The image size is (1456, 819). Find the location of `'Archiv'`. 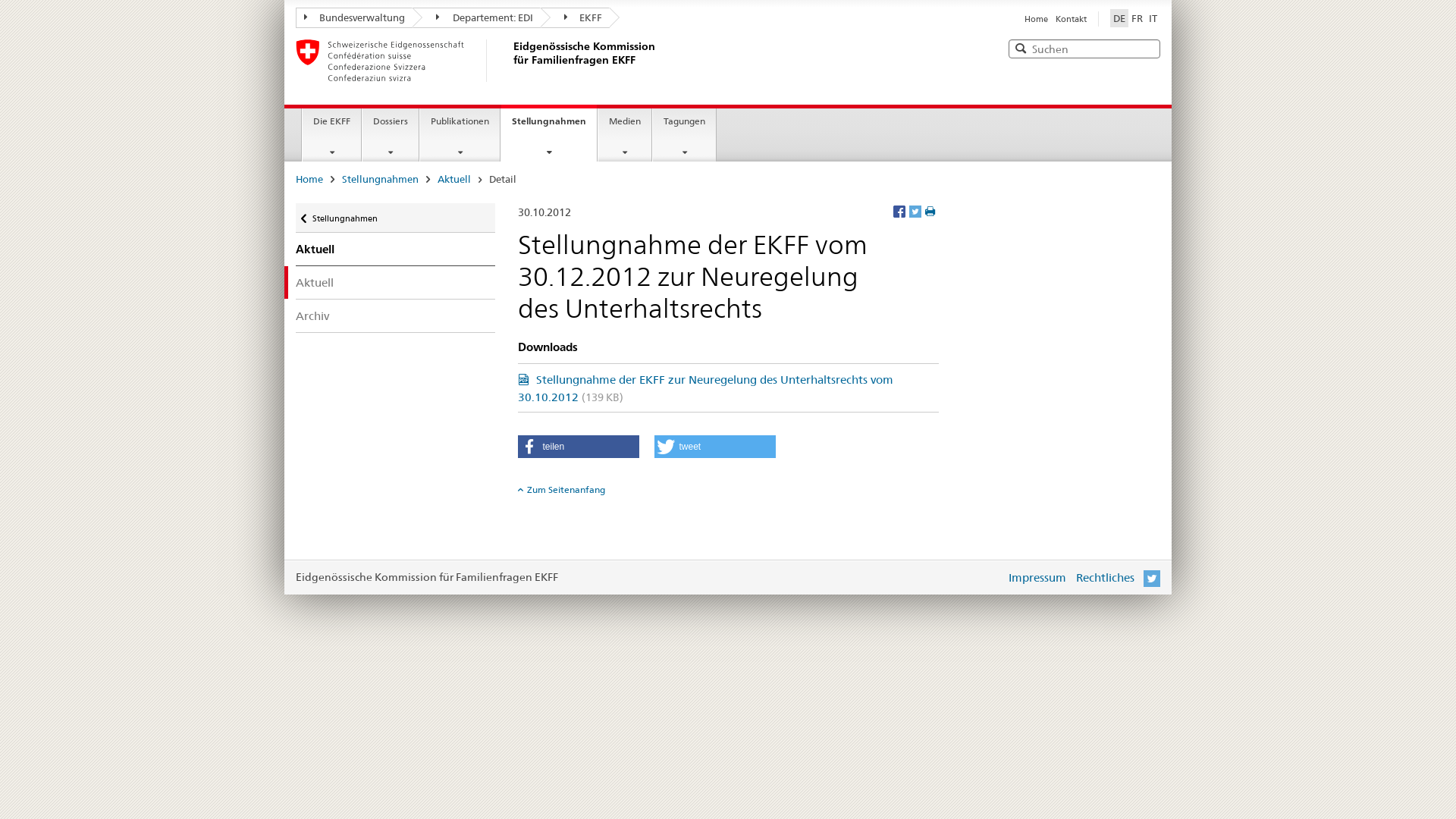

'Archiv' is located at coordinates (395, 315).